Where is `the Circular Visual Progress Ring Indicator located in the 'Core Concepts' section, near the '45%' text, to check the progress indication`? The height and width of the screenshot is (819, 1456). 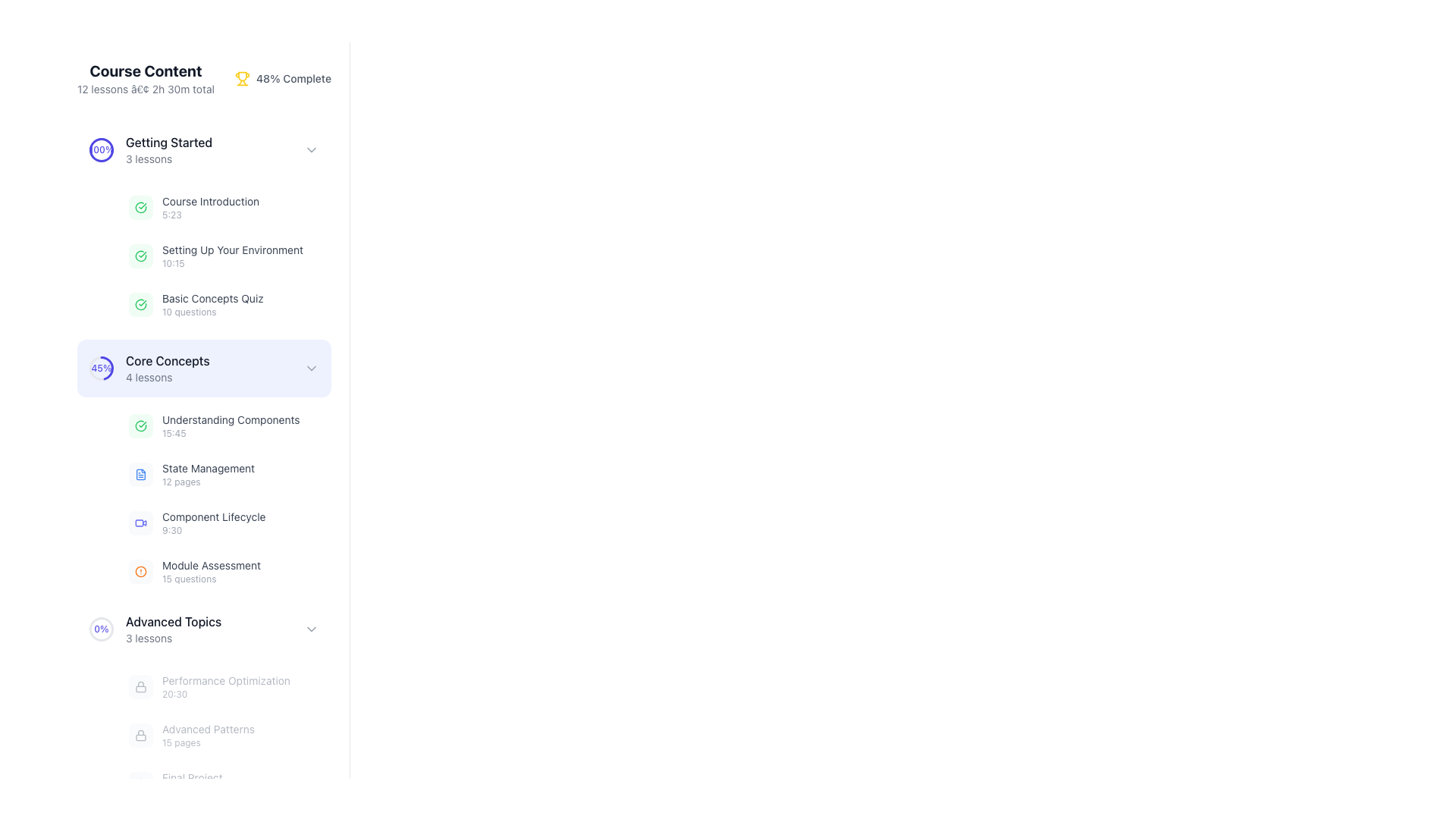
the Circular Visual Progress Ring Indicator located in the 'Core Concepts' section, near the '45%' text, to check the progress indication is located at coordinates (101, 369).